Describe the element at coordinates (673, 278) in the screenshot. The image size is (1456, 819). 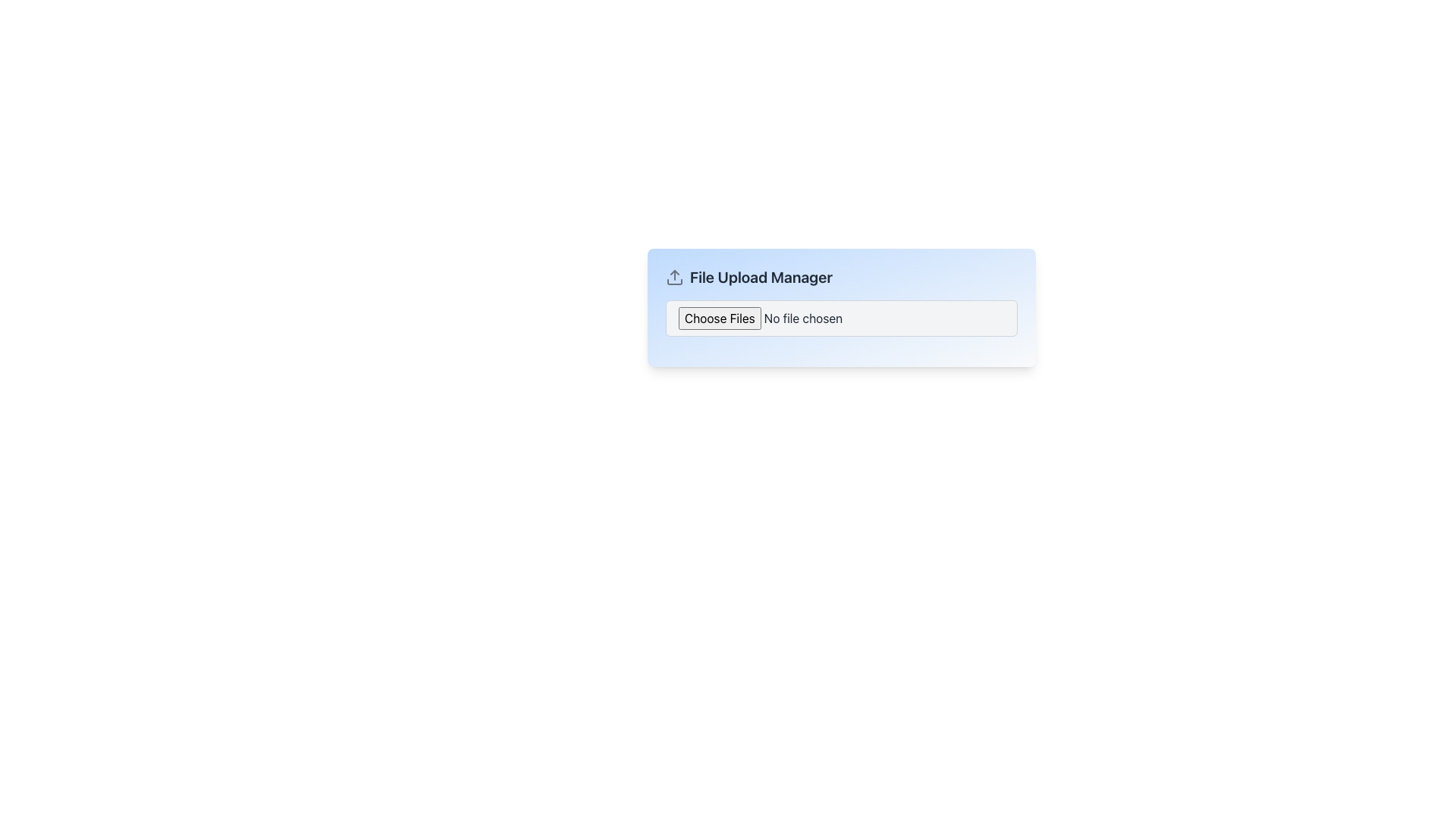
I see `the upward-pointing arrow icon that is gray and located to the left of the 'File Upload Manager' text` at that location.